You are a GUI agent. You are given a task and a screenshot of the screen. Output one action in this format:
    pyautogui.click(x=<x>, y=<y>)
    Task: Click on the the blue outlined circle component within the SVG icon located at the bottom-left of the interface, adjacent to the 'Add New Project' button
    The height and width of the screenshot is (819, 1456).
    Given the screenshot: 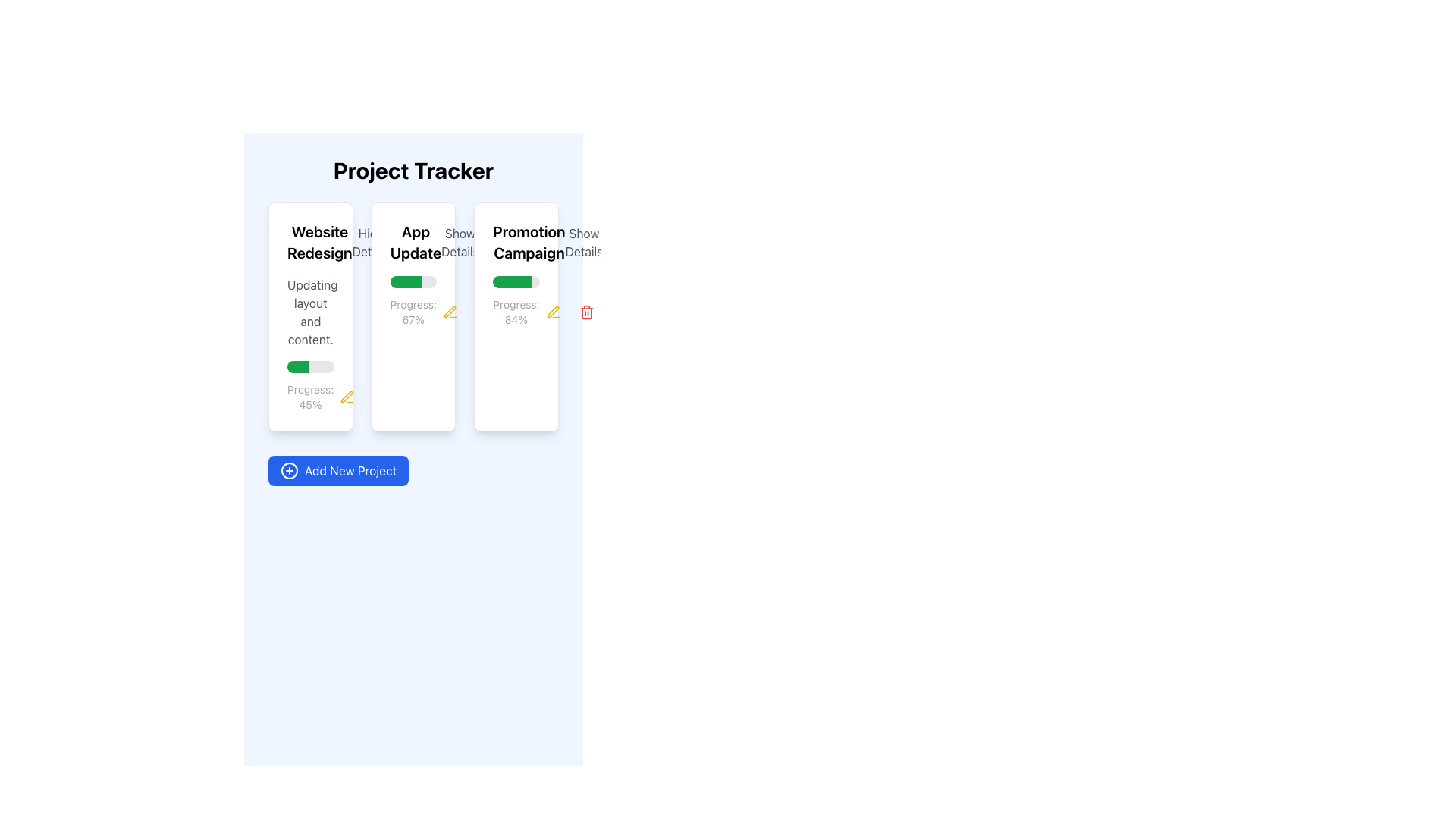 What is the action you would take?
    pyautogui.click(x=290, y=470)
    